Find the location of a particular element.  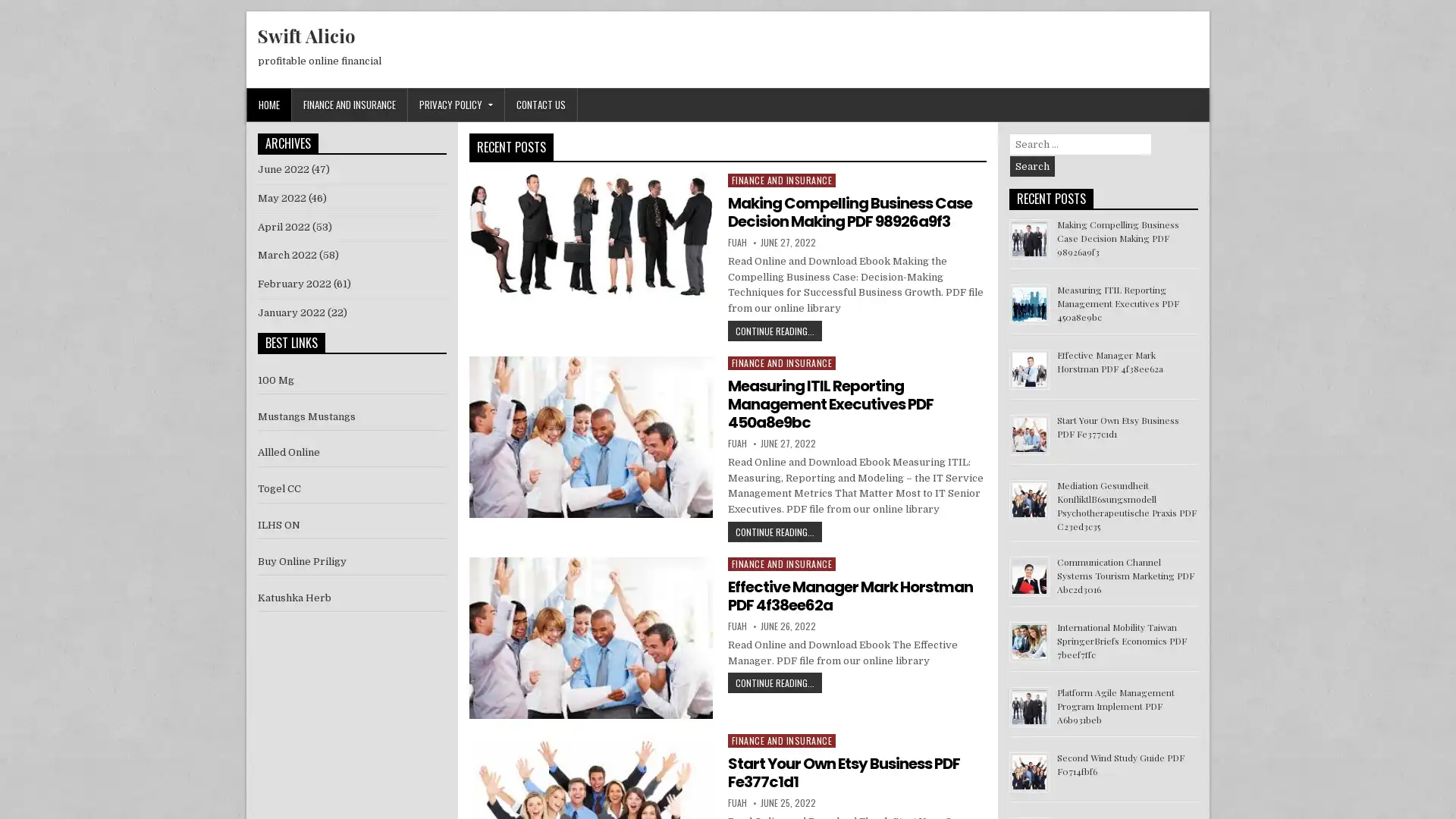

Search is located at coordinates (1031, 166).